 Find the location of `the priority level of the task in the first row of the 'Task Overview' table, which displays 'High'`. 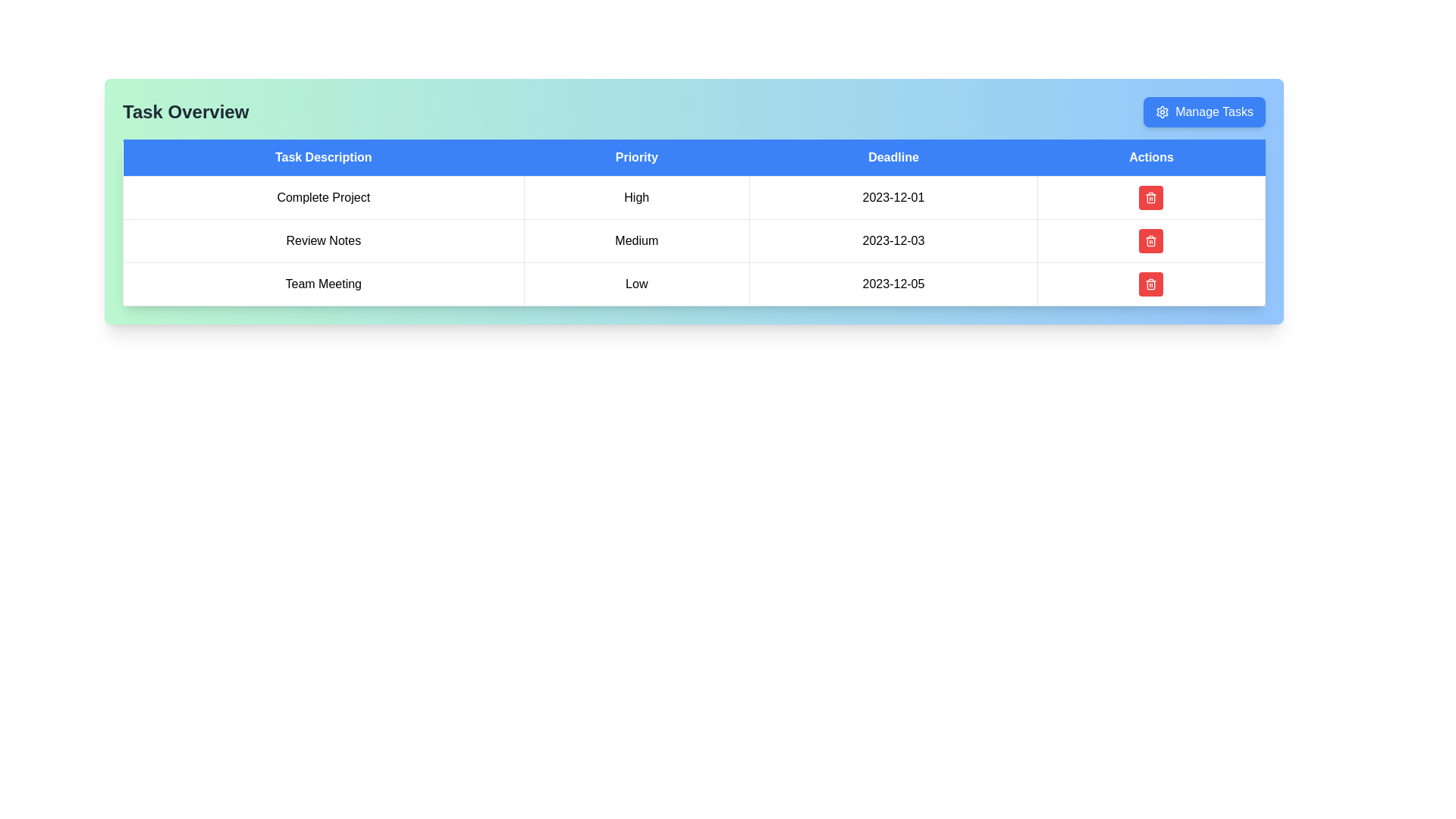

the priority level of the task in the first row of the 'Task Overview' table, which displays 'High' is located at coordinates (693, 197).